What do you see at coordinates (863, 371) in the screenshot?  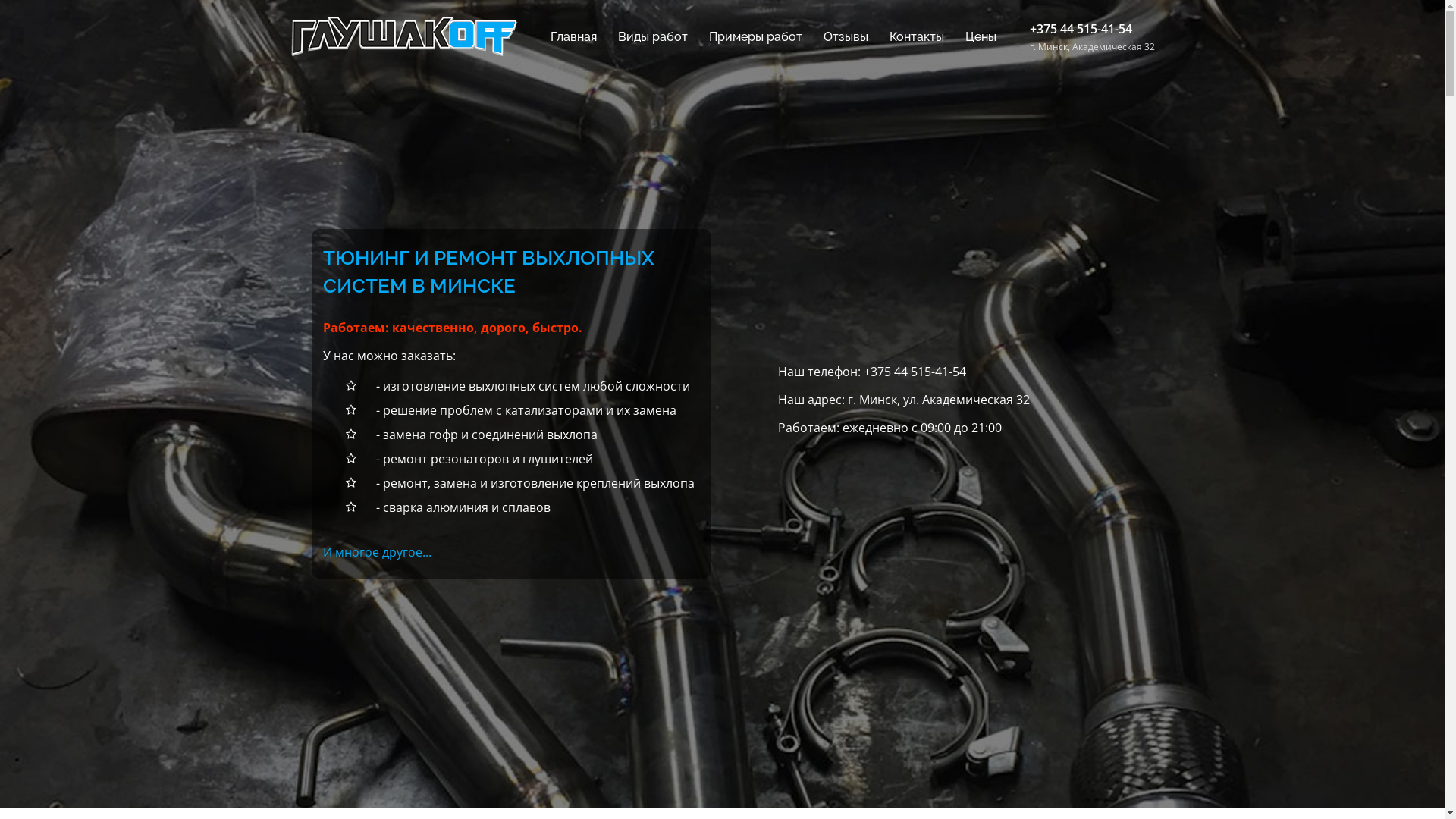 I see `'+375 44 515-41-54'` at bounding box center [863, 371].